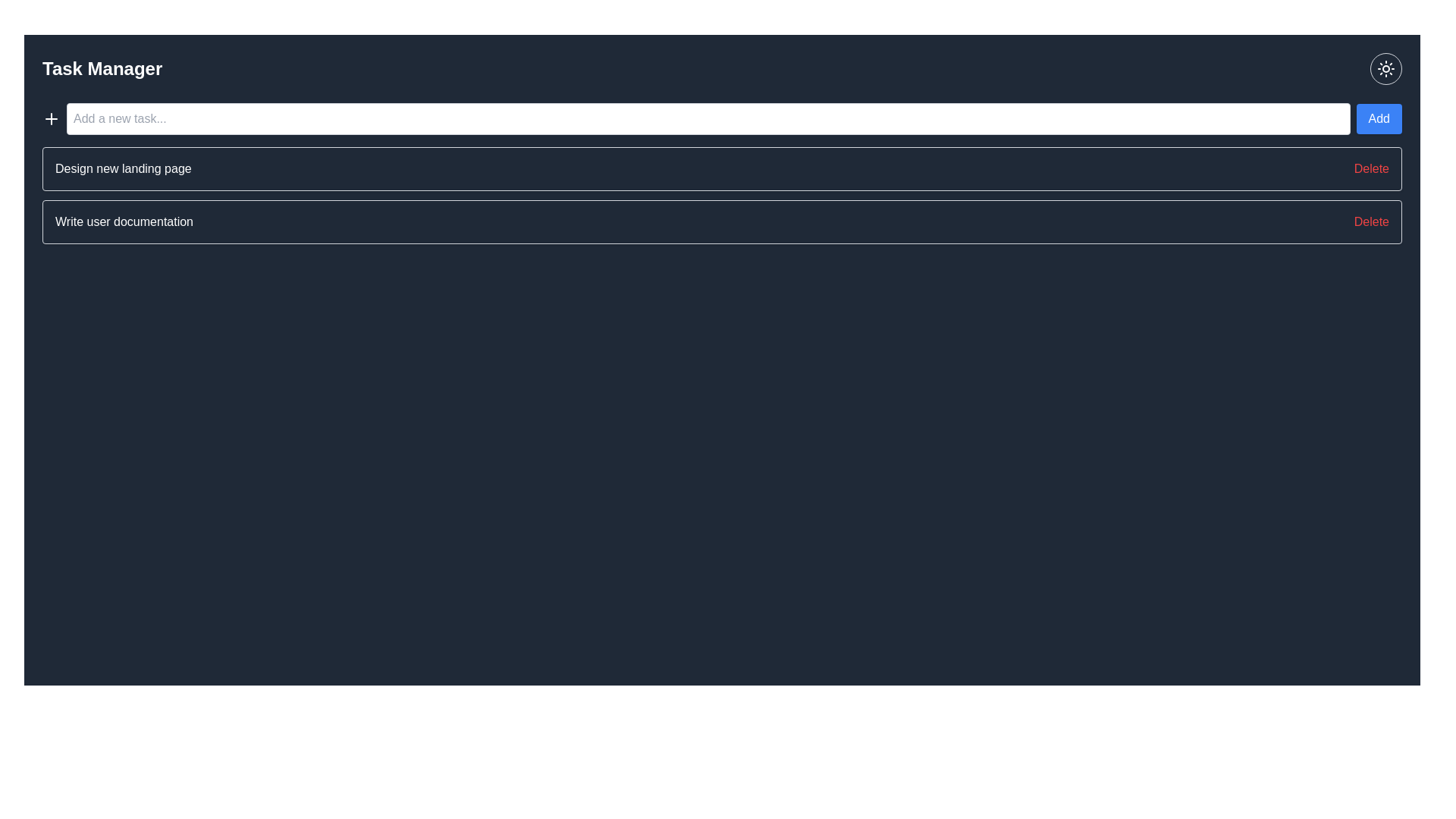 Image resolution: width=1456 pixels, height=819 pixels. What do you see at coordinates (1386, 69) in the screenshot?
I see `the sun icon button in the top-right corner of the interface` at bounding box center [1386, 69].